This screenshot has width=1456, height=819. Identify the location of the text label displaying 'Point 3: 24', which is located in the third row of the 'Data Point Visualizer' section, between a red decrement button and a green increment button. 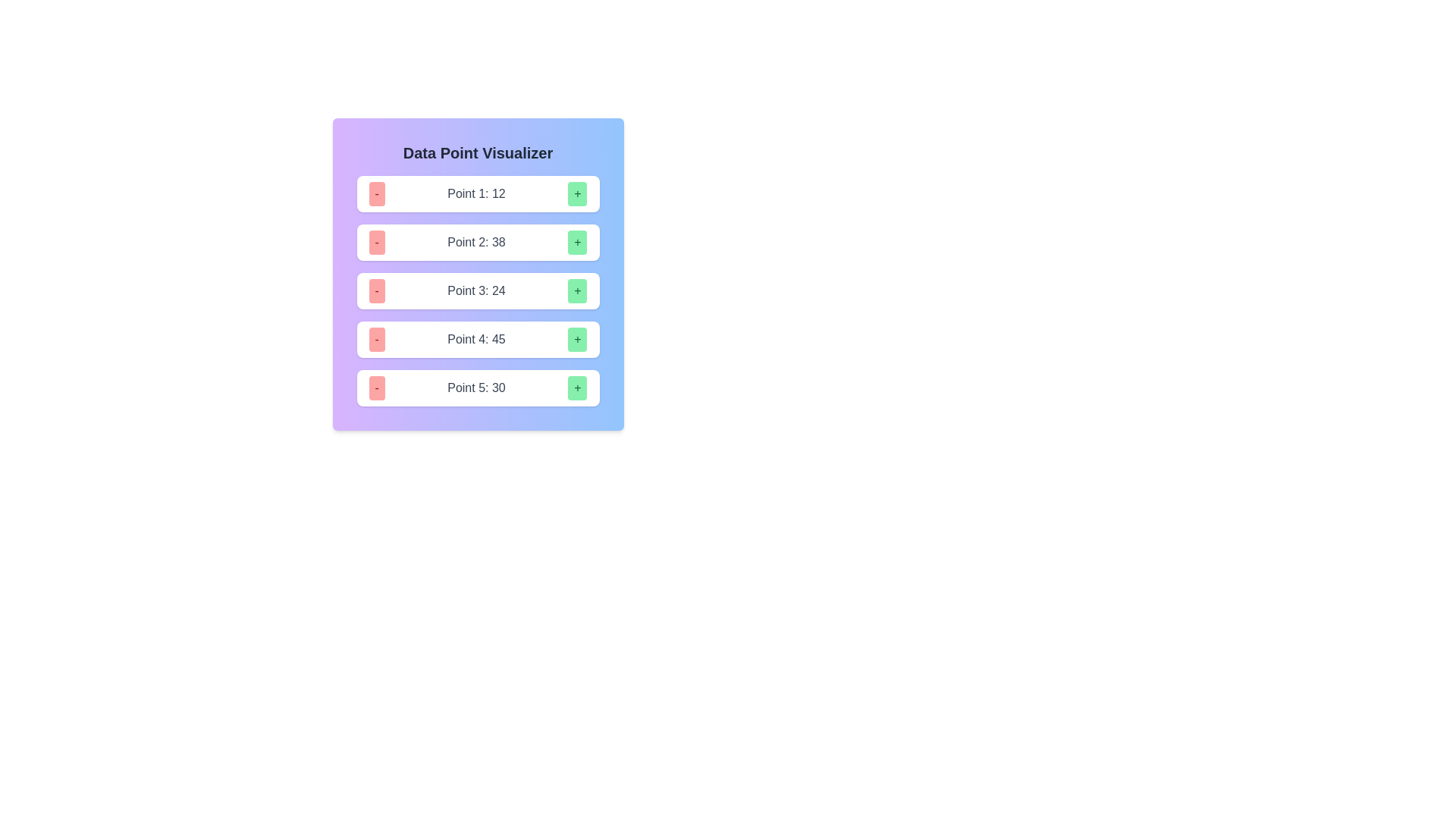
(475, 291).